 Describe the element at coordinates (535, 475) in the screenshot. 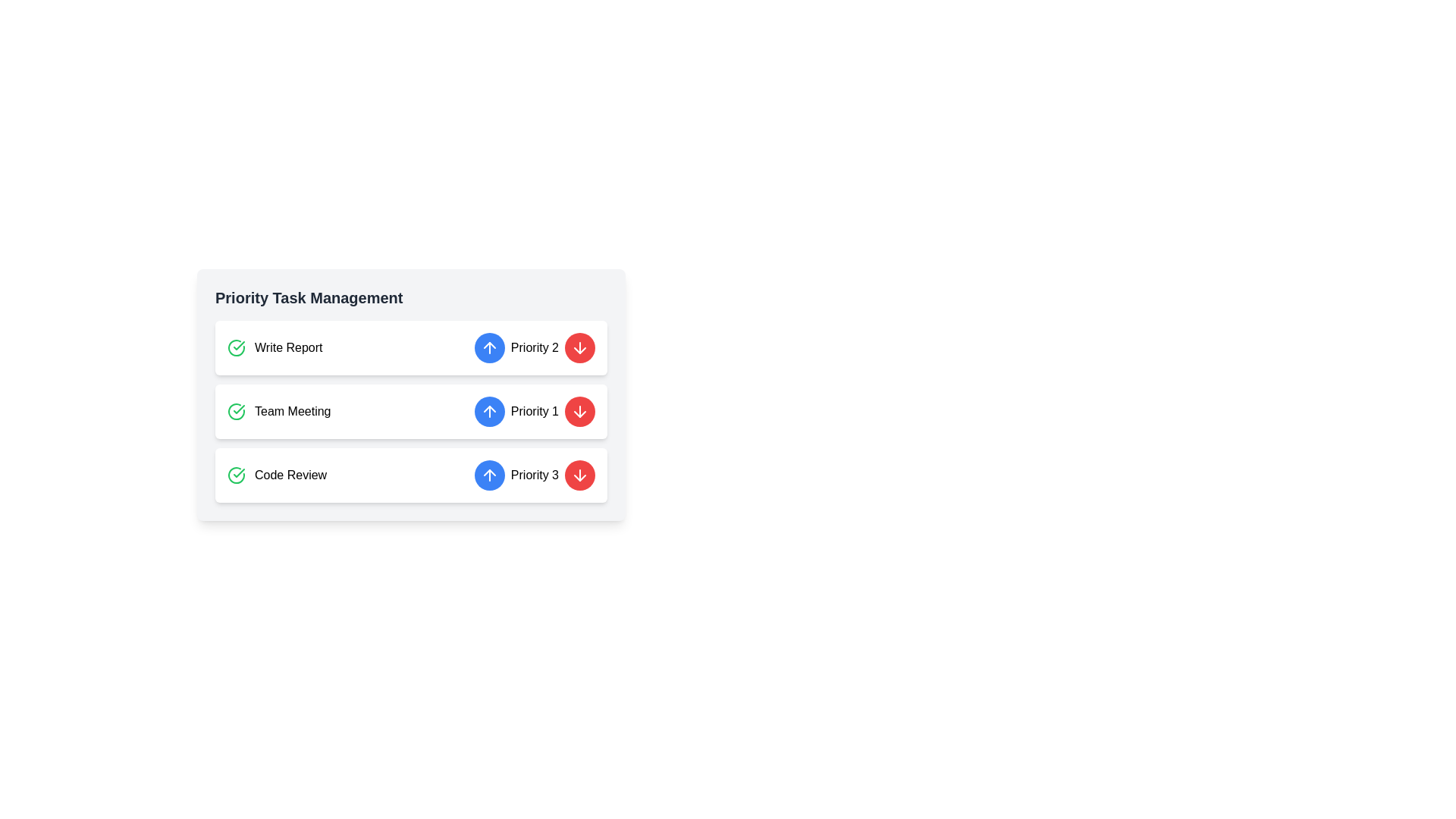

I see `the static text label that displays the priority level of the associated task, located between the blue and red circular buttons in the third item of the vertical task list` at that location.